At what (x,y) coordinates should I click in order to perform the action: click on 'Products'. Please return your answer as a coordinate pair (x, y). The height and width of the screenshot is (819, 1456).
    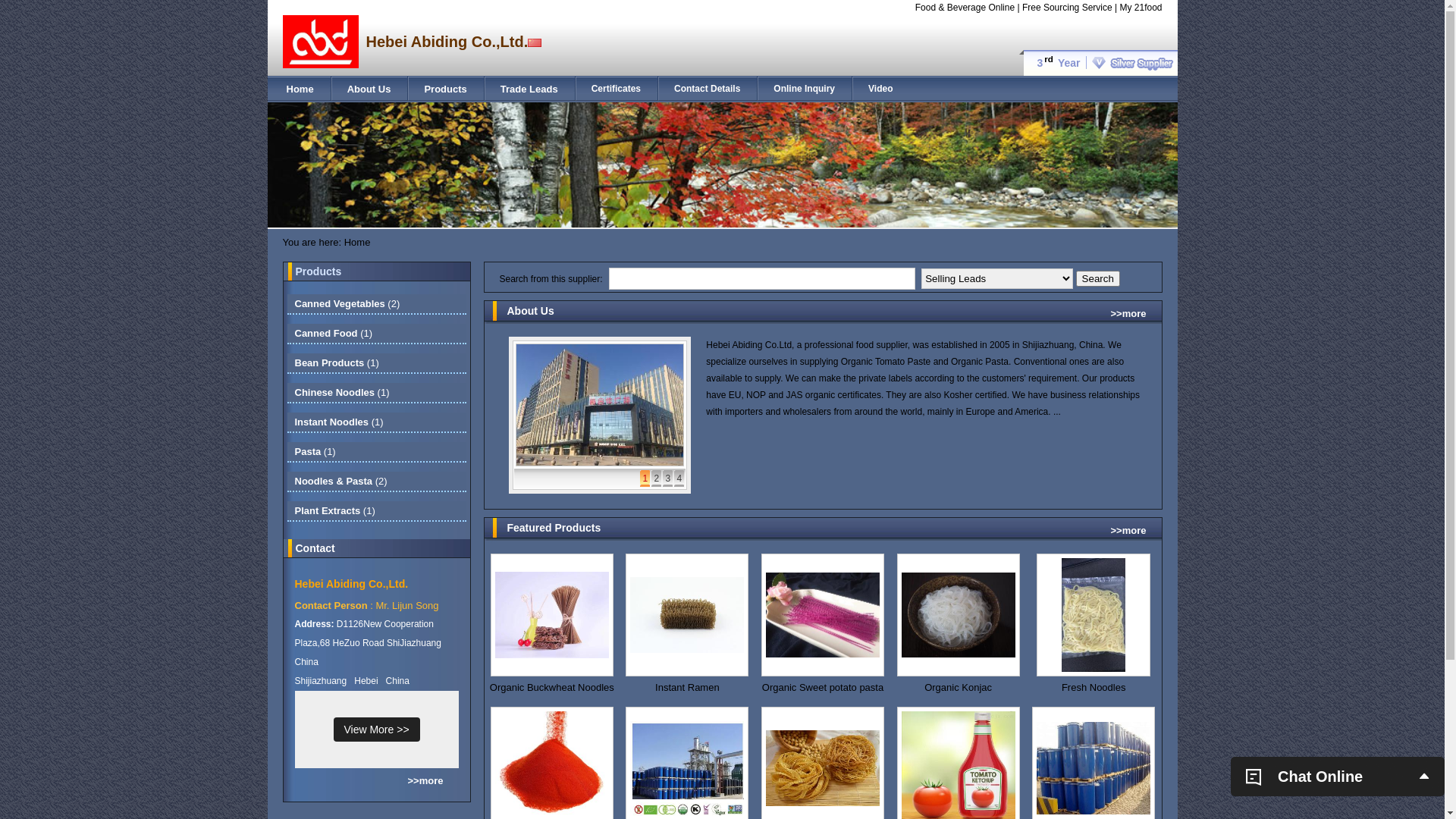
    Looking at the image, I should click on (318, 271).